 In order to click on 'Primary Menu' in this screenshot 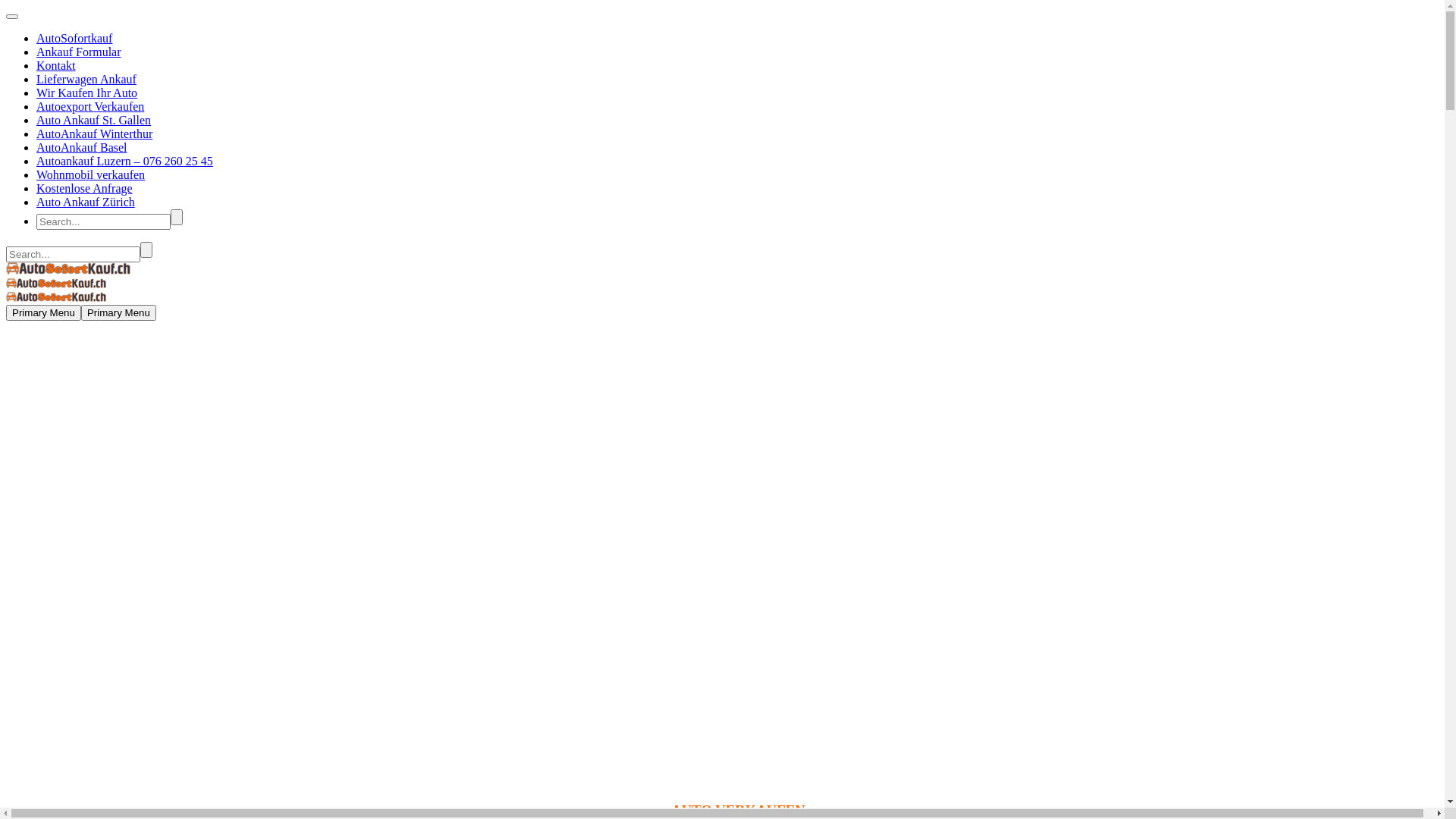, I will do `click(80, 312)`.